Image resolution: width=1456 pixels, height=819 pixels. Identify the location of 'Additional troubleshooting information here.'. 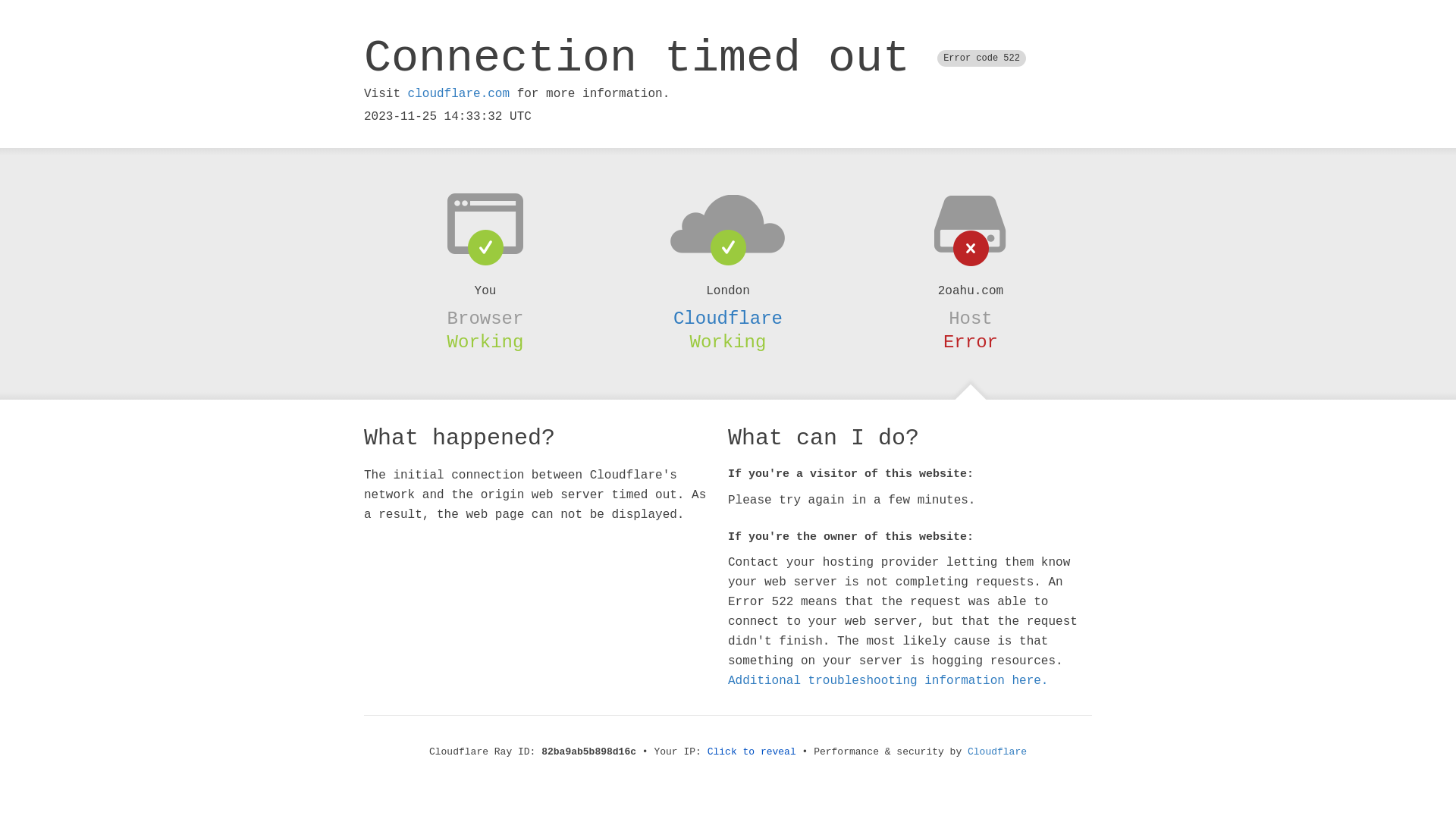
(888, 680).